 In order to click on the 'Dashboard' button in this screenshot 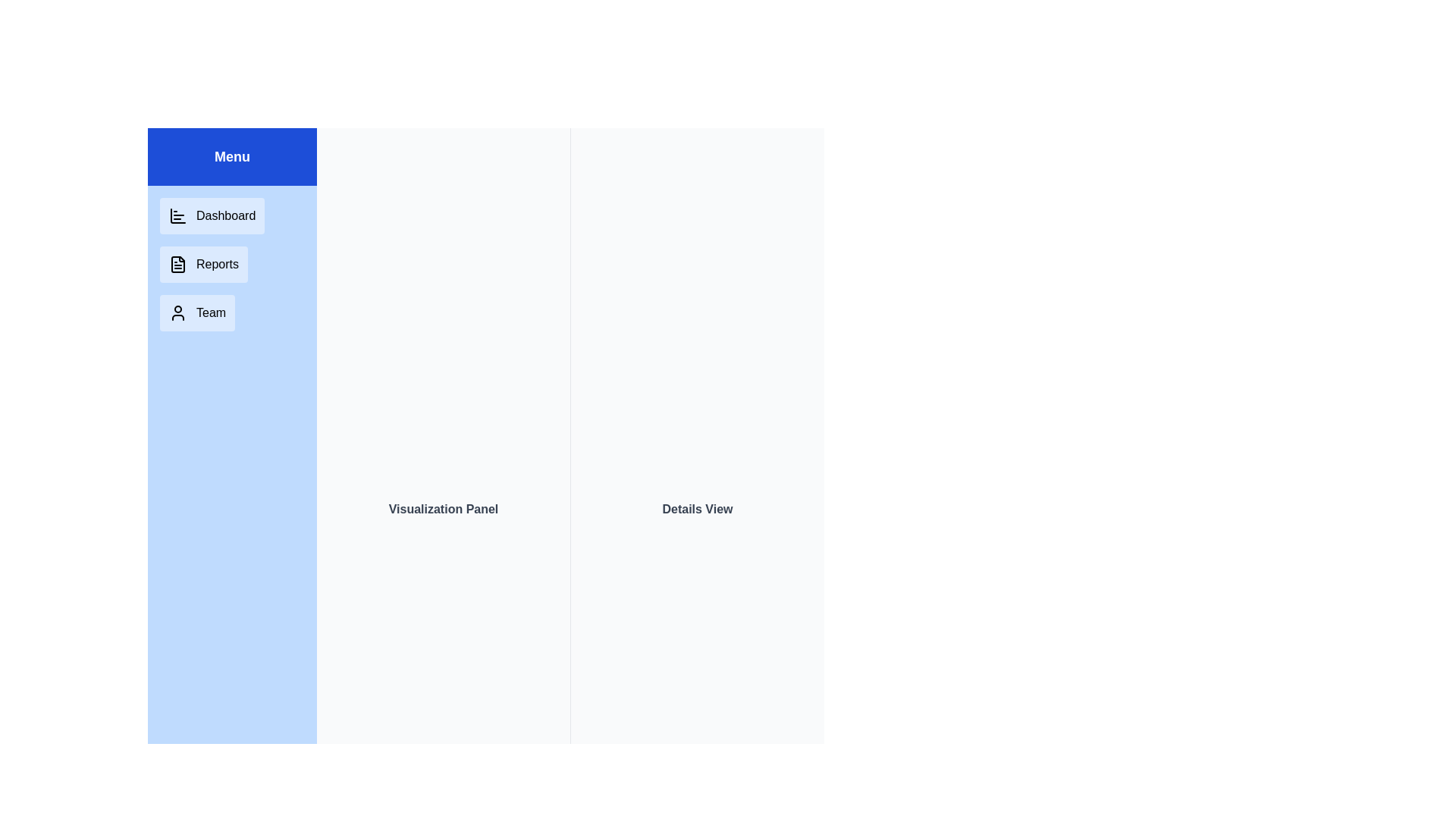, I will do `click(178, 216)`.